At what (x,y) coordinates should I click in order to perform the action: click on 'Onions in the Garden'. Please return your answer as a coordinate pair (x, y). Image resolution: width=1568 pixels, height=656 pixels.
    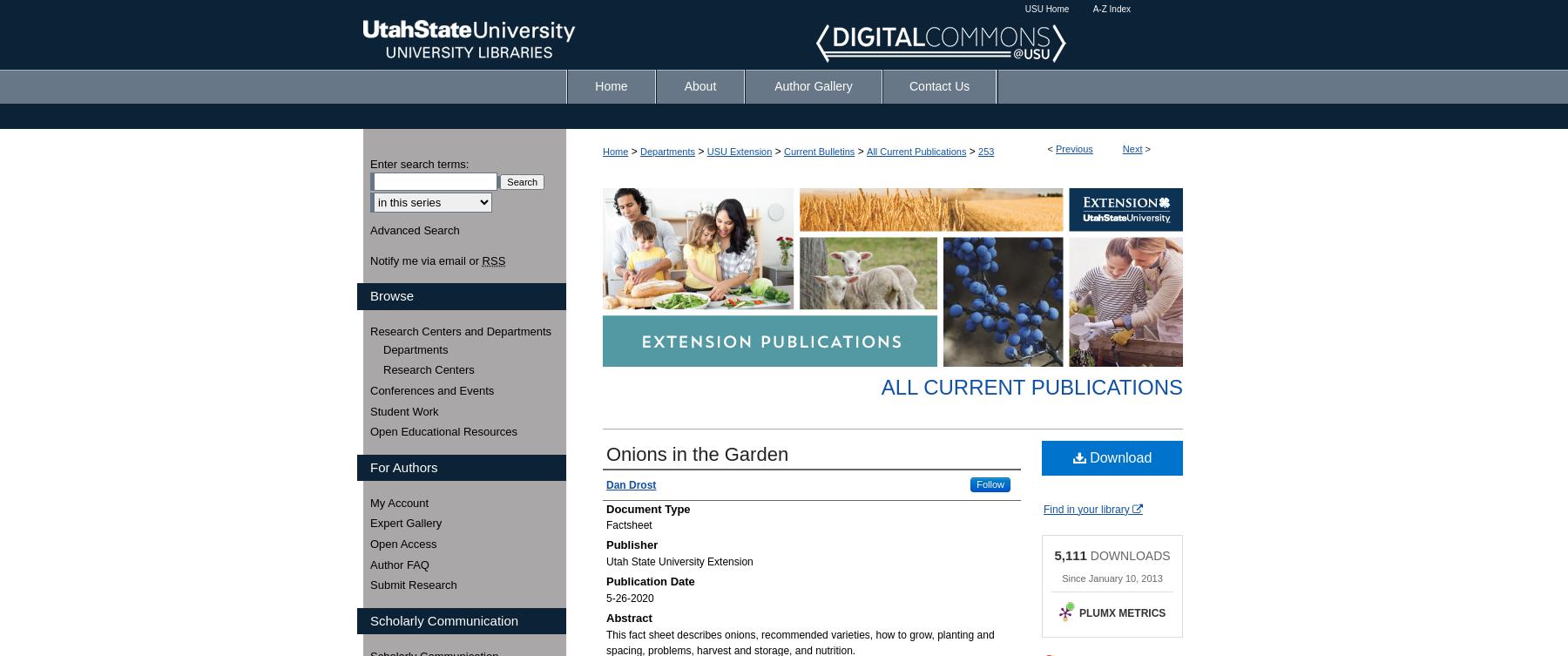
    Looking at the image, I should click on (605, 453).